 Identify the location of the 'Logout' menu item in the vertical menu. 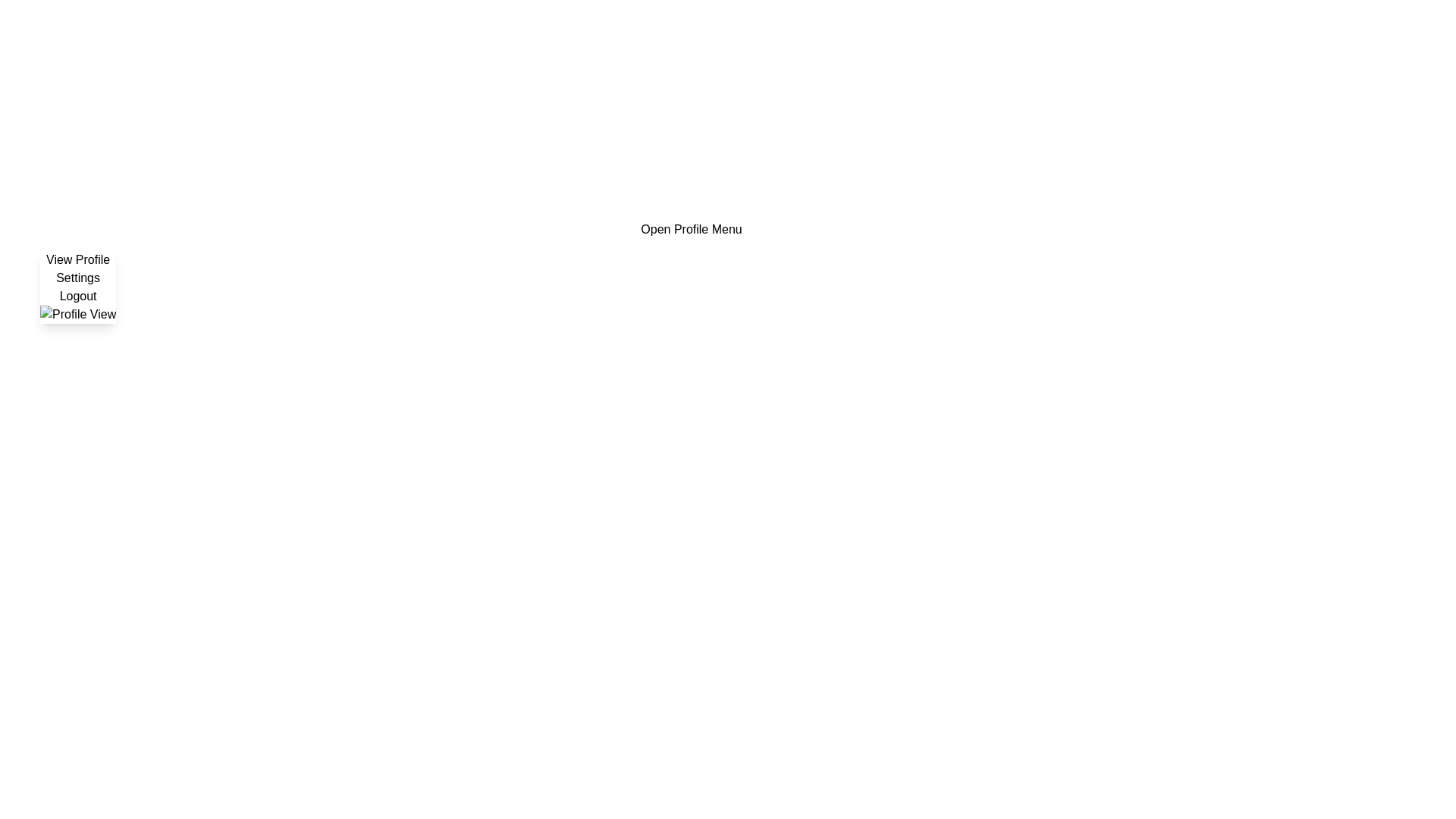
(77, 296).